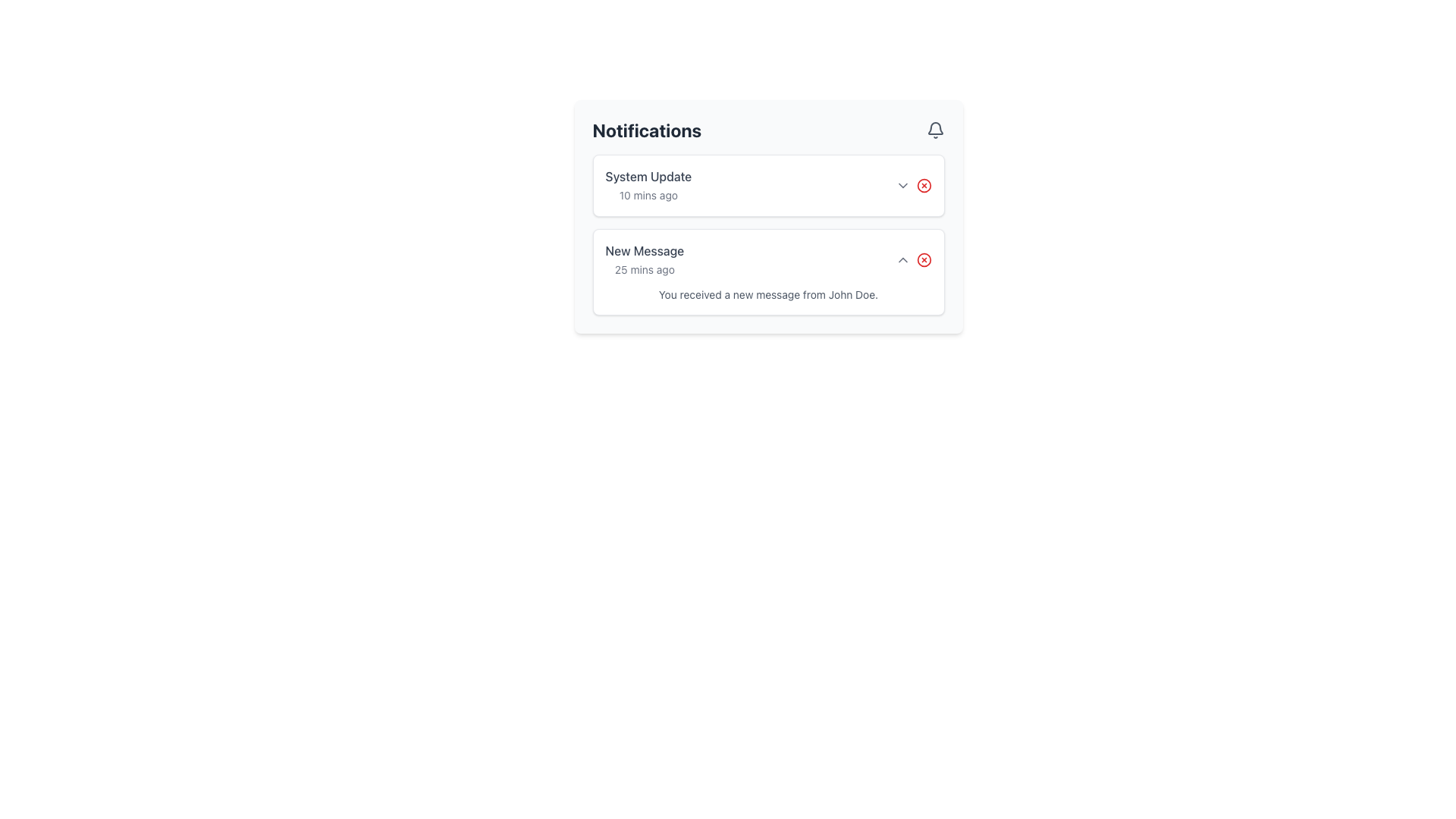 The height and width of the screenshot is (819, 1456). What do you see at coordinates (768, 185) in the screenshot?
I see `the first notification item labeled 'System Update'` at bounding box center [768, 185].